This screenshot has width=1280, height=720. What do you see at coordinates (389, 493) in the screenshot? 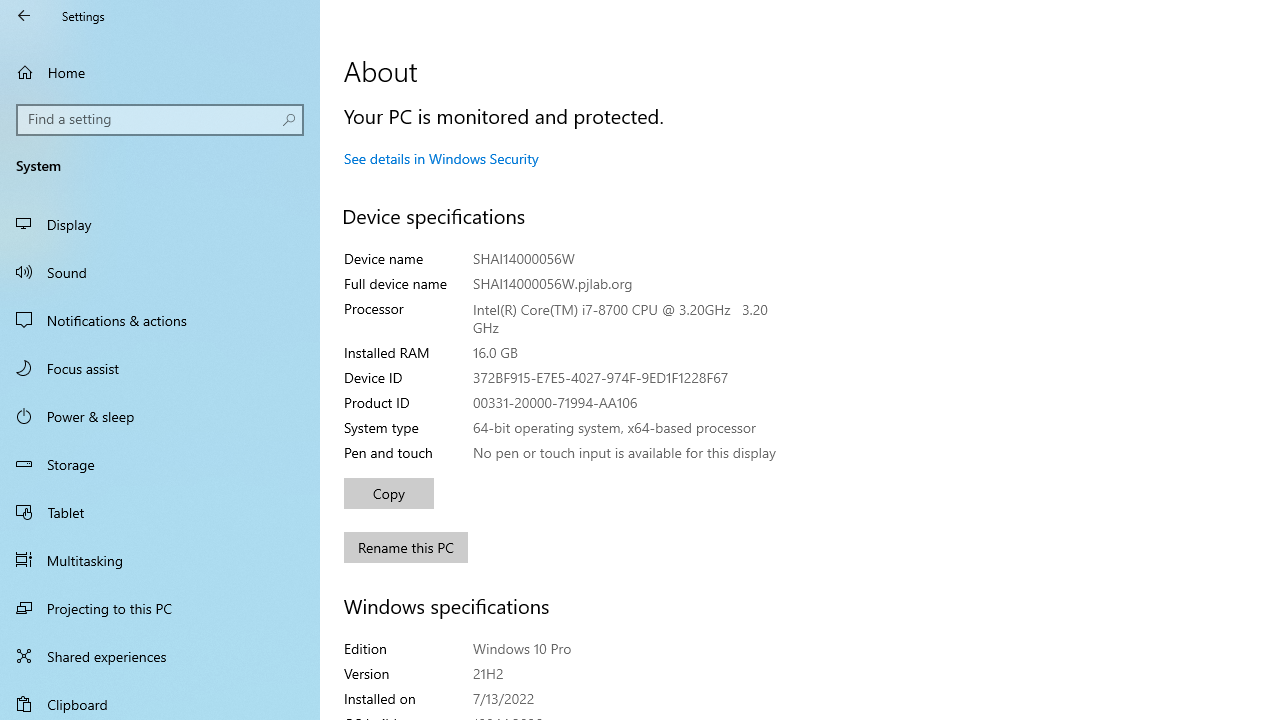
I see `'Copy'` at bounding box center [389, 493].